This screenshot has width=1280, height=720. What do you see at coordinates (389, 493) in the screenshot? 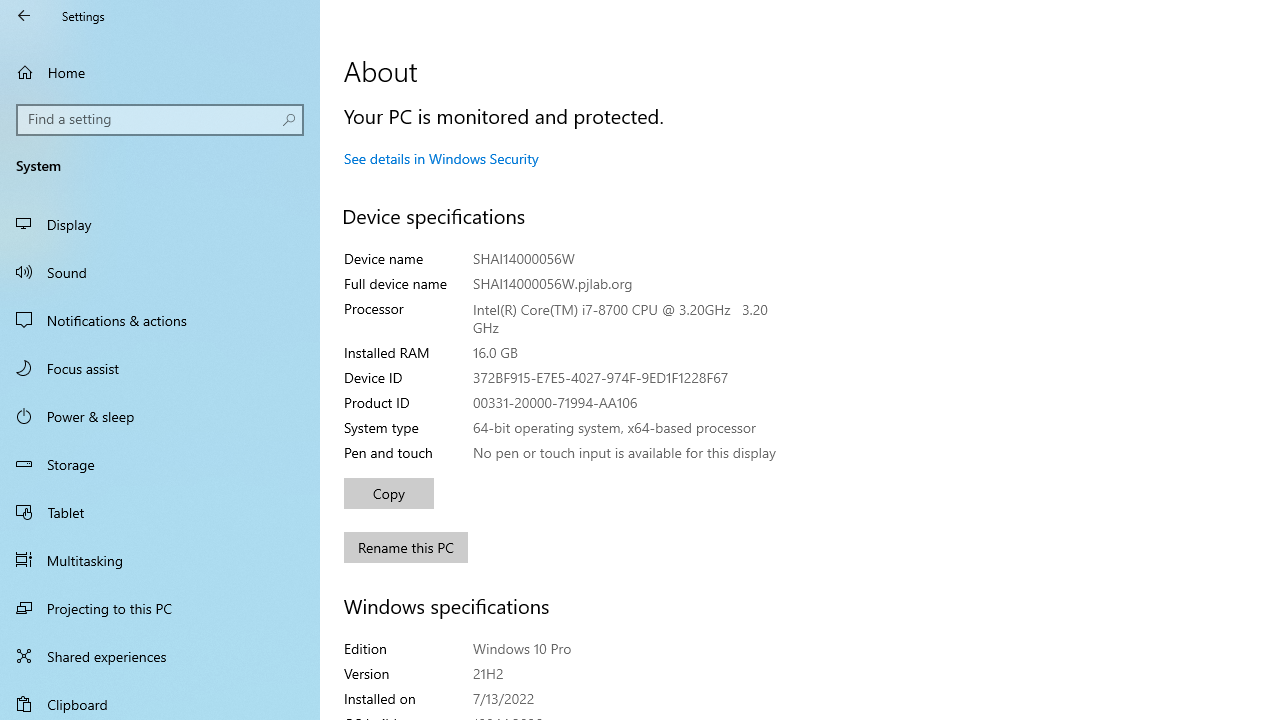
I see `'Copy'` at bounding box center [389, 493].